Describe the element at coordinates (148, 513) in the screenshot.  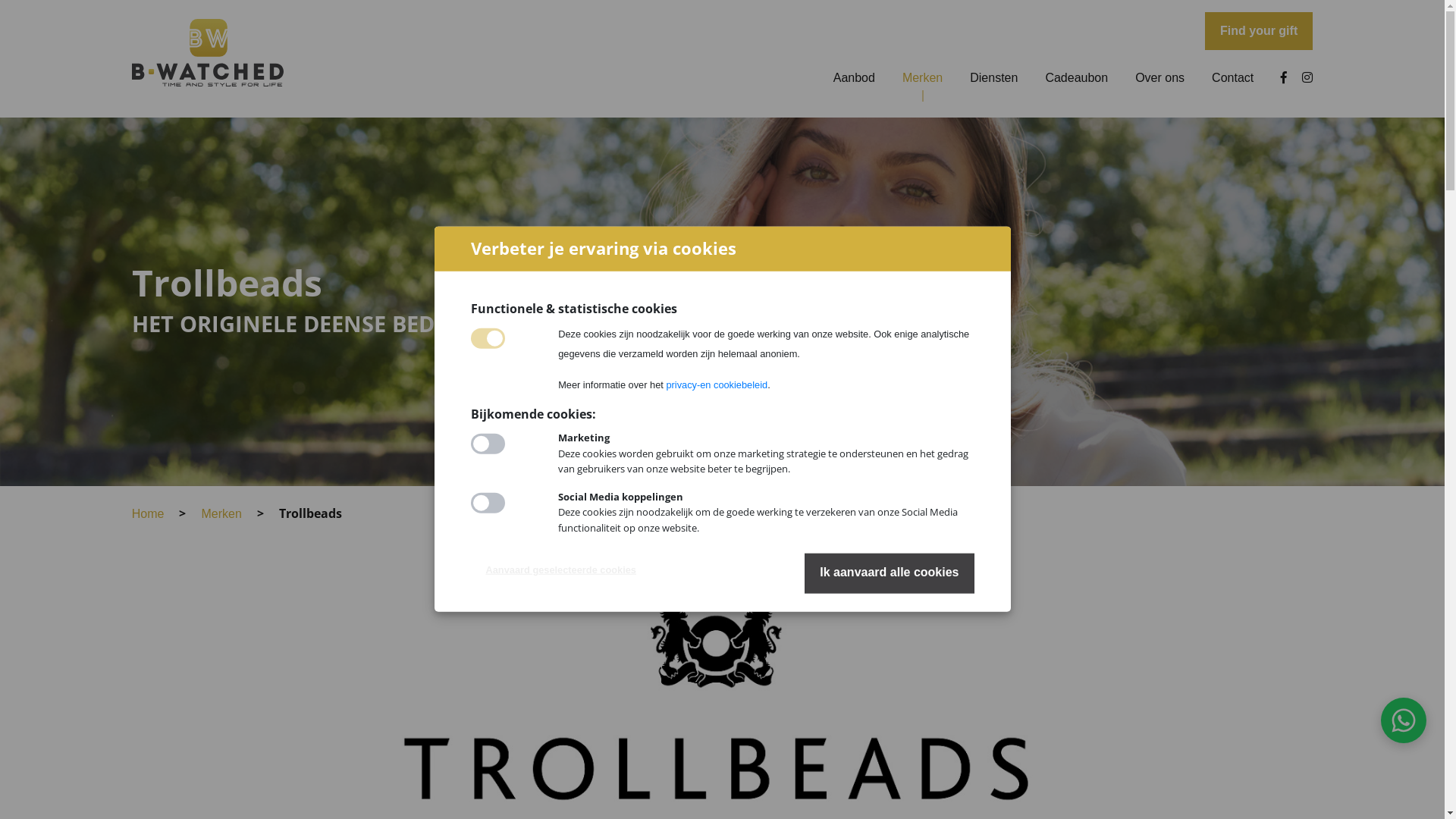
I see `'Home'` at that location.